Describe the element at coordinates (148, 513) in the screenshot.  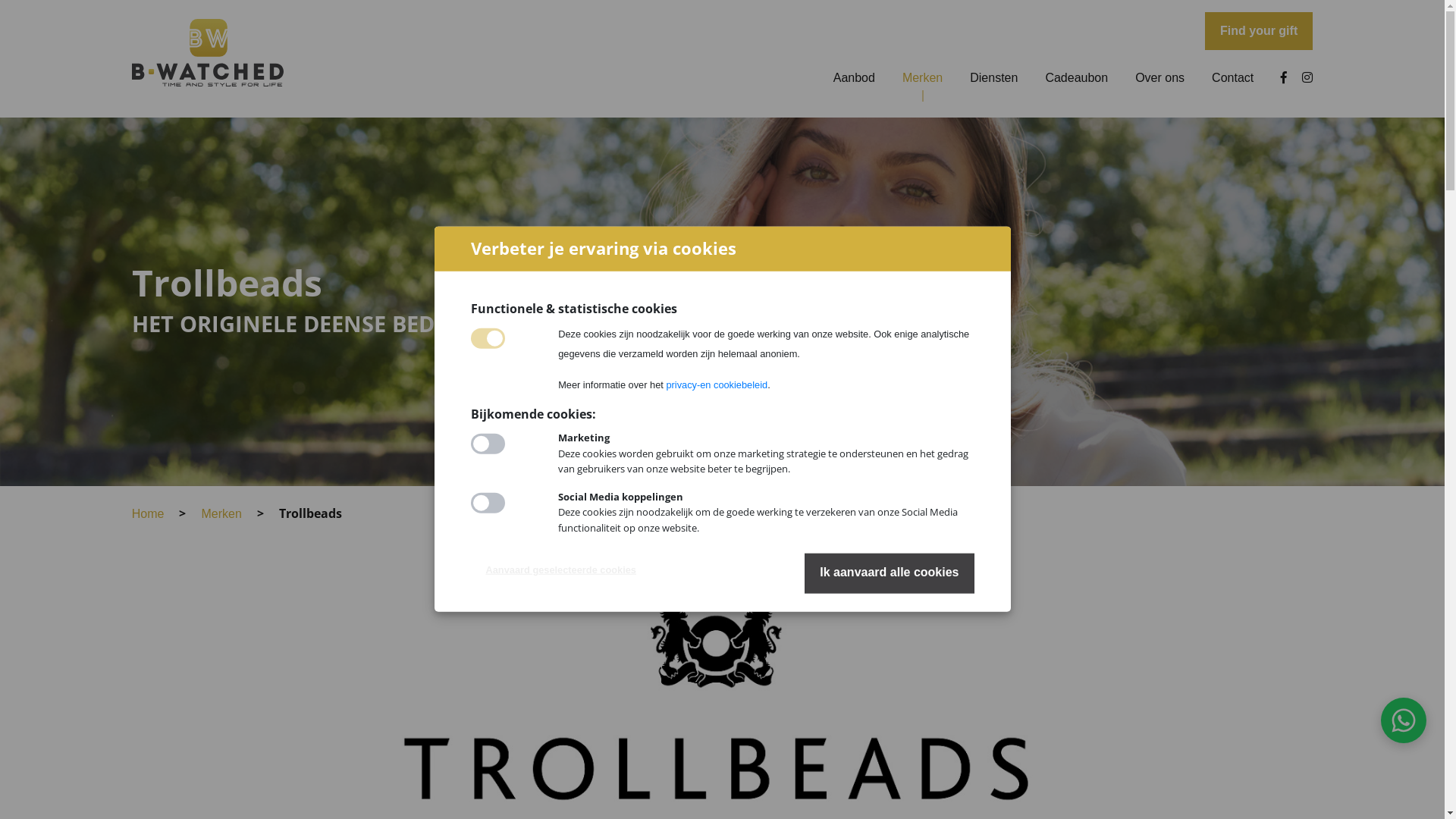
I see `'Home'` at that location.